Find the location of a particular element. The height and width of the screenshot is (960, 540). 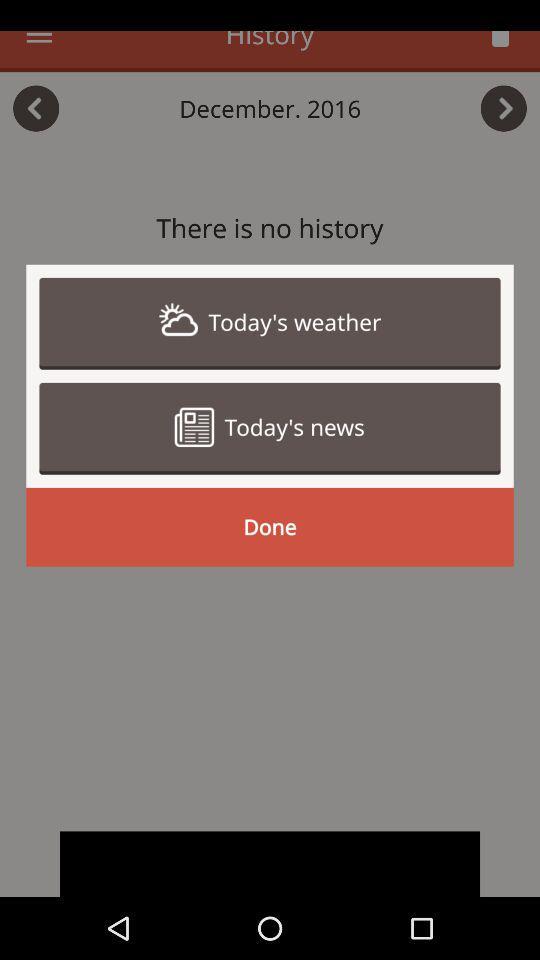

bottom scroll next is located at coordinates (270, 863).